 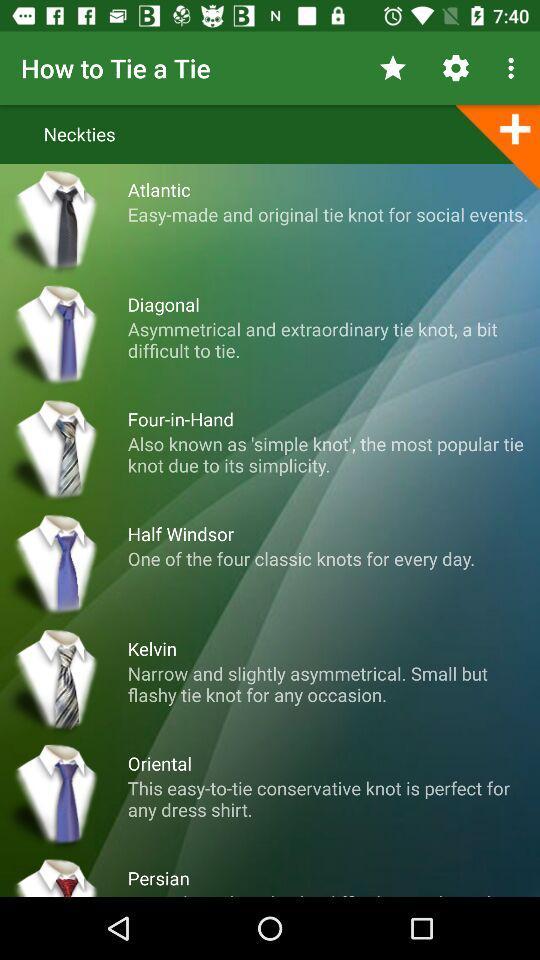 What do you see at coordinates (496, 145) in the screenshot?
I see `the add icon` at bounding box center [496, 145].